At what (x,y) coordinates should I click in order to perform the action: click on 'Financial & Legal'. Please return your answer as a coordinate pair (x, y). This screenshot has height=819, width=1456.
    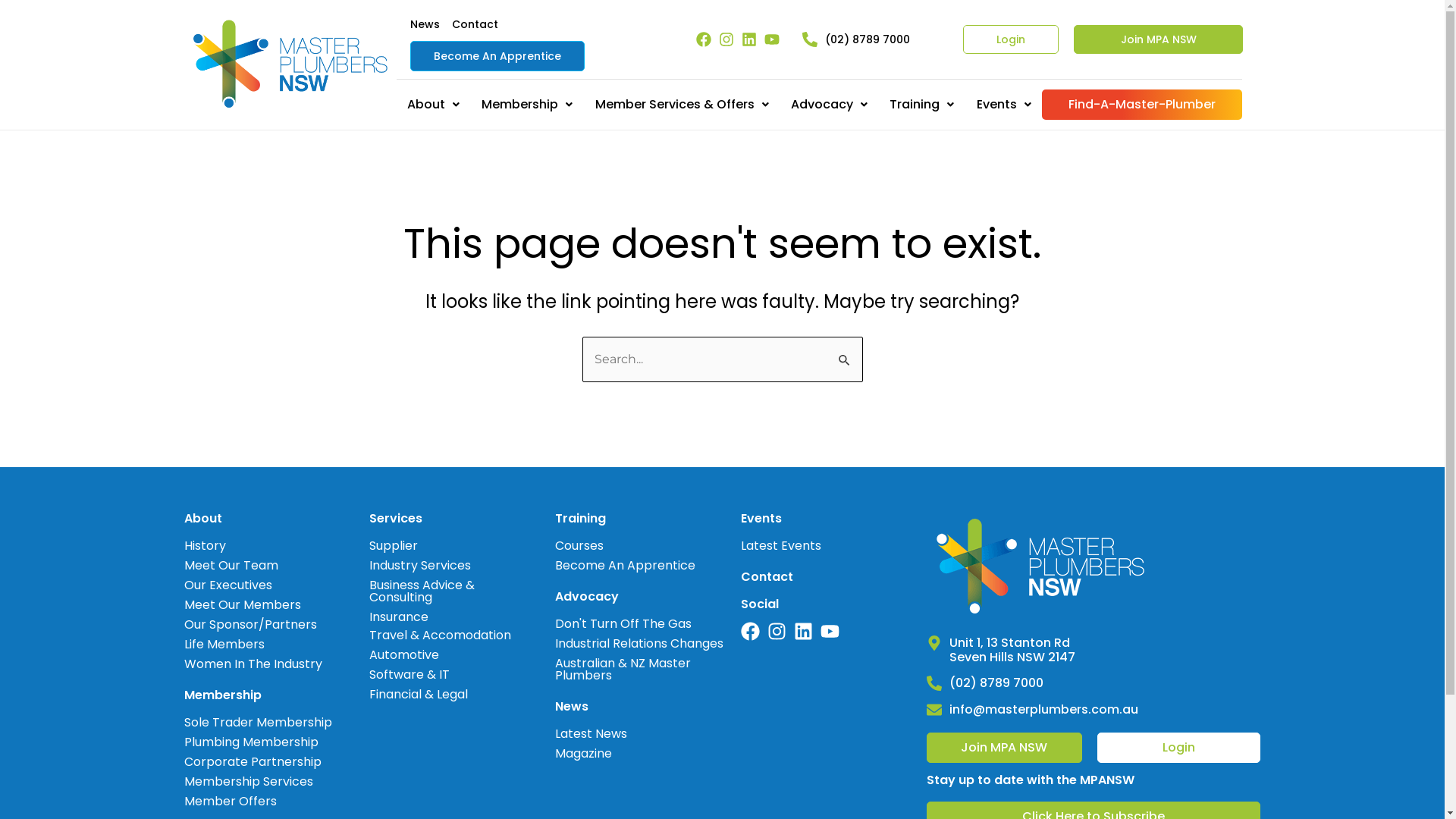
    Looking at the image, I should click on (439, 694).